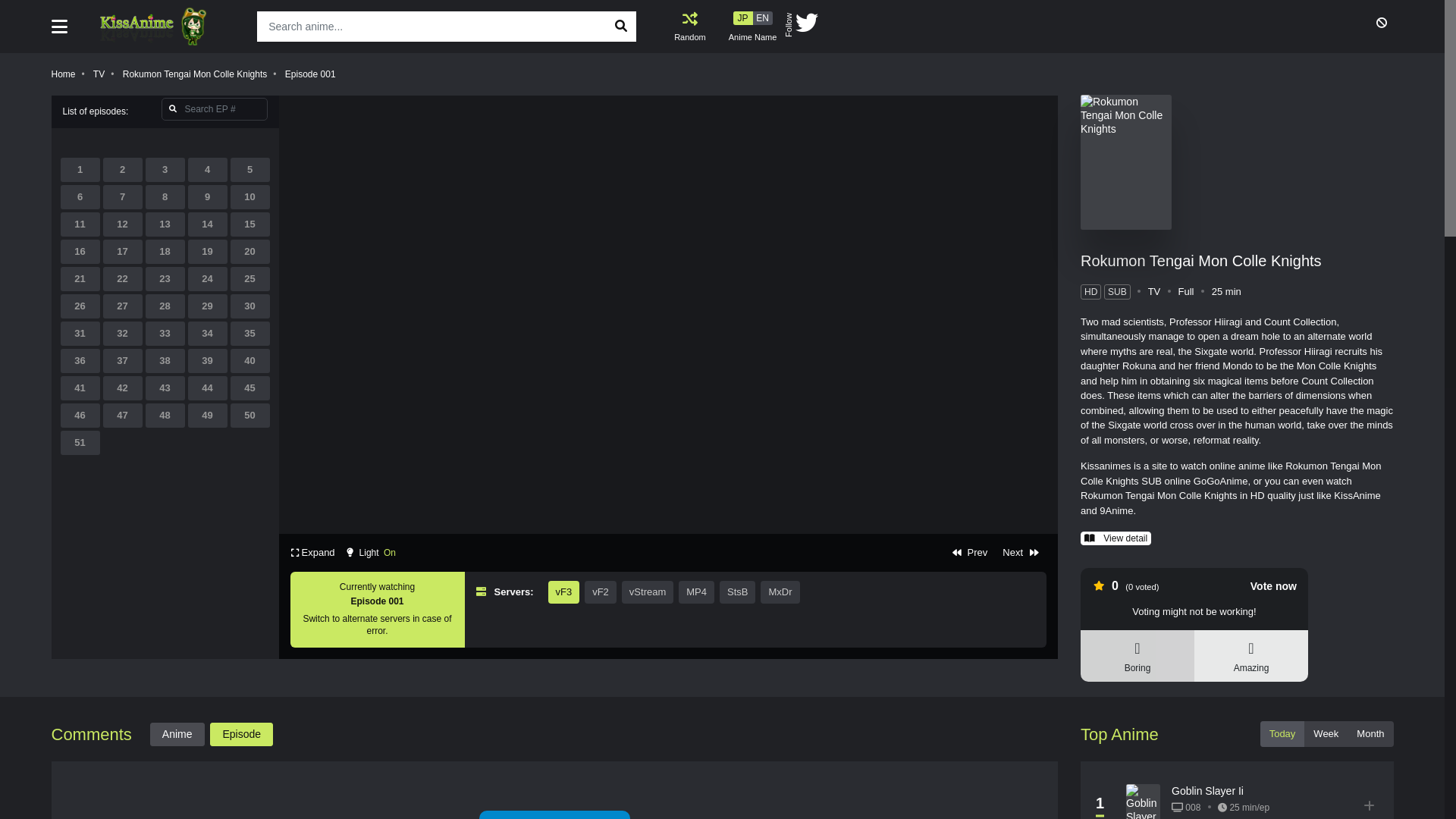 The image size is (1456, 819). Describe the element at coordinates (250, 388) in the screenshot. I see `'45'` at that location.